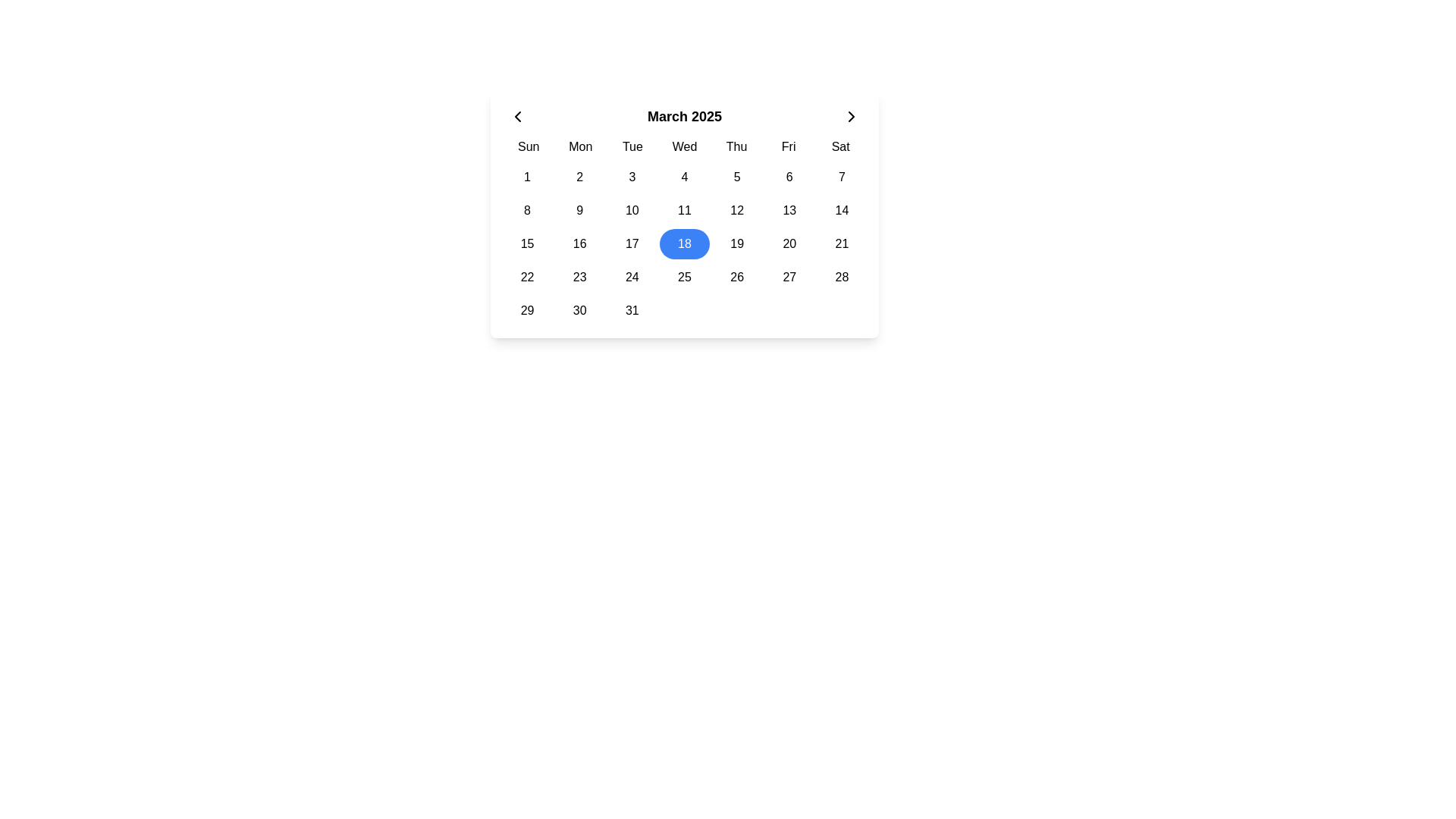  What do you see at coordinates (579, 146) in the screenshot?
I see `the static text label representing 'Mon', which is the second abbreviation in the row of weekdays in the calendar header` at bounding box center [579, 146].